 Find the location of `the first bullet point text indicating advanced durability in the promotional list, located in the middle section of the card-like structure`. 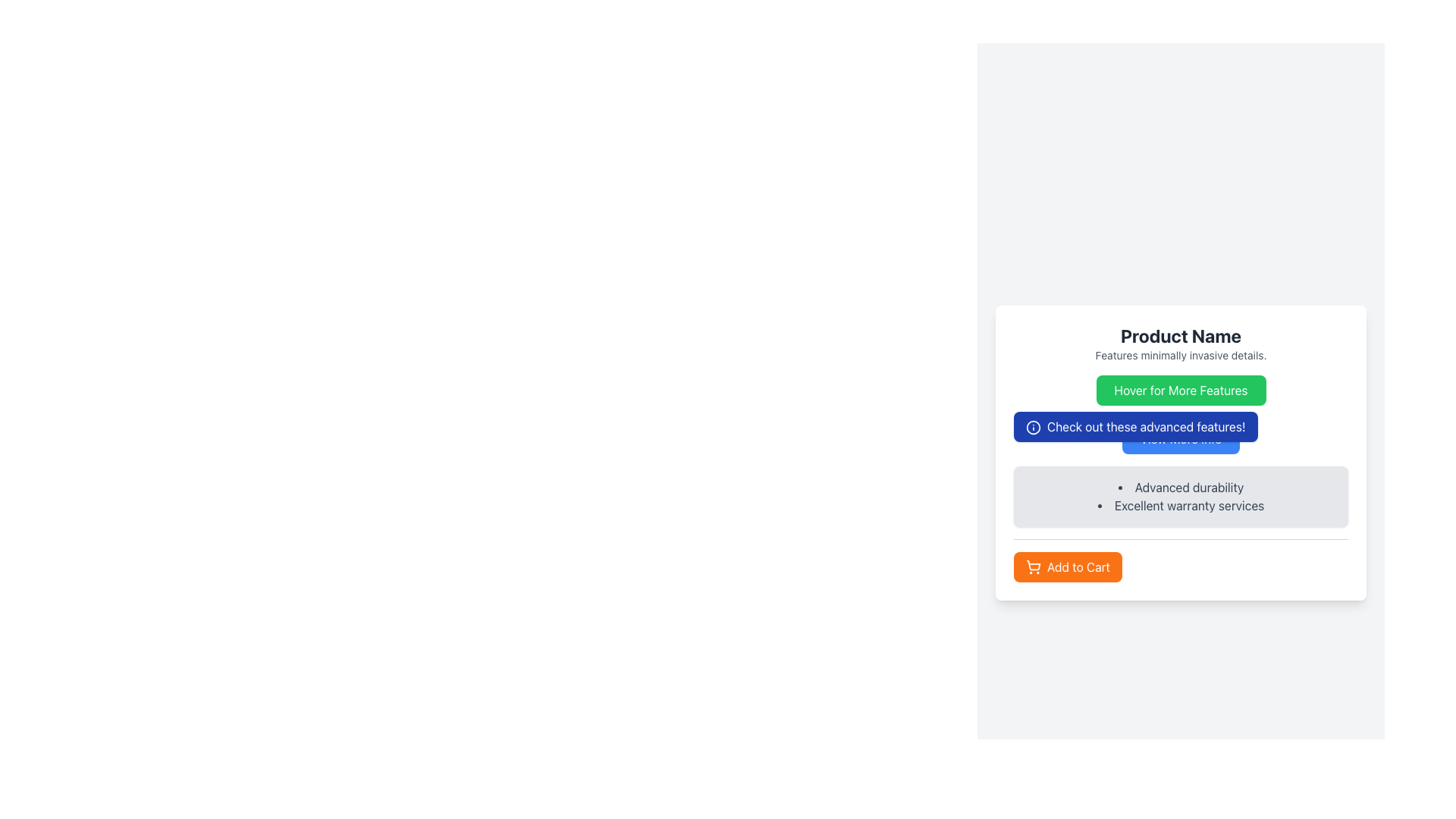

the first bullet point text indicating advanced durability in the promotional list, located in the middle section of the card-like structure is located at coordinates (1180, 487).